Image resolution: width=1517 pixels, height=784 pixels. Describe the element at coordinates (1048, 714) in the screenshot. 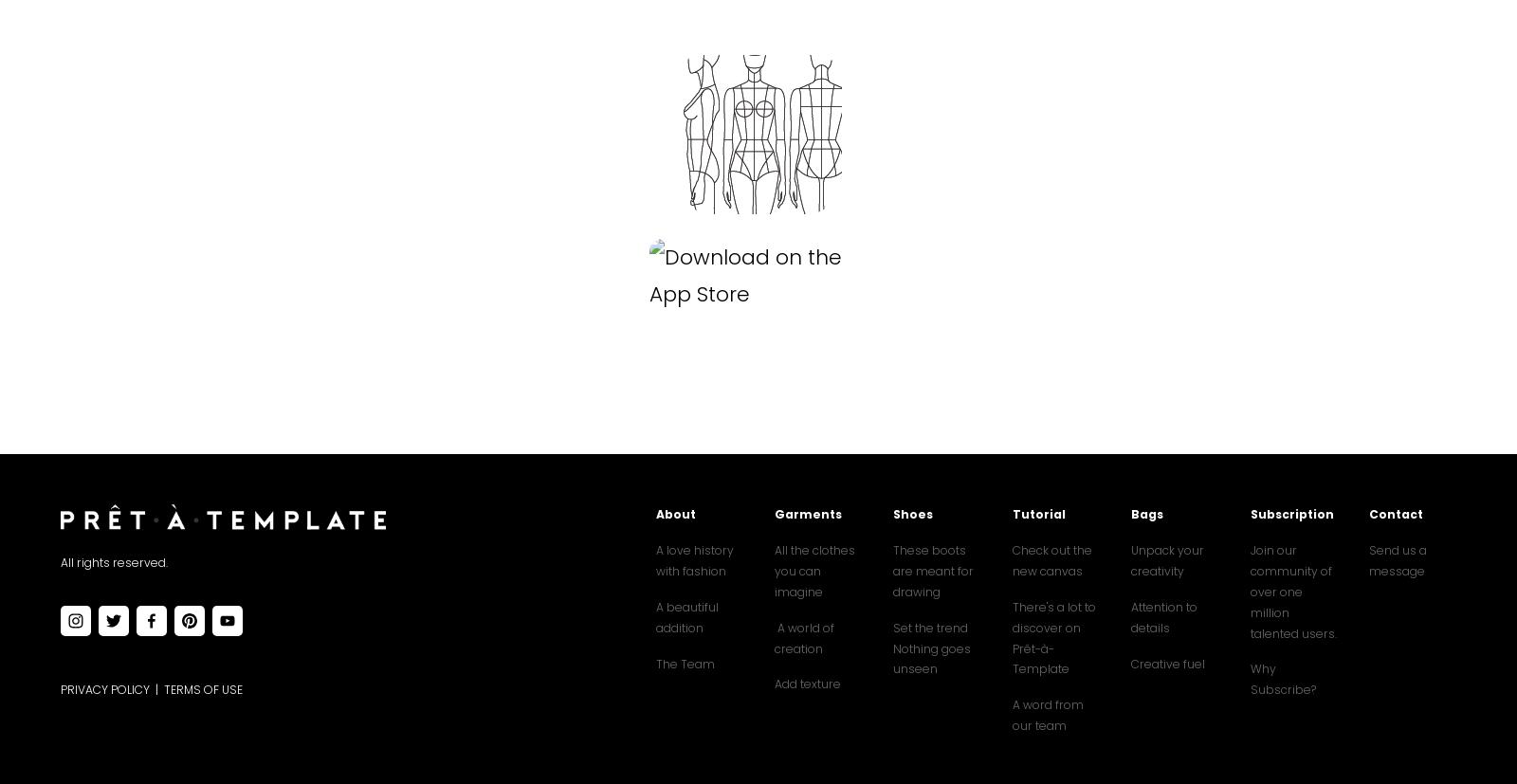

I see `'A word from our team'` at that location.